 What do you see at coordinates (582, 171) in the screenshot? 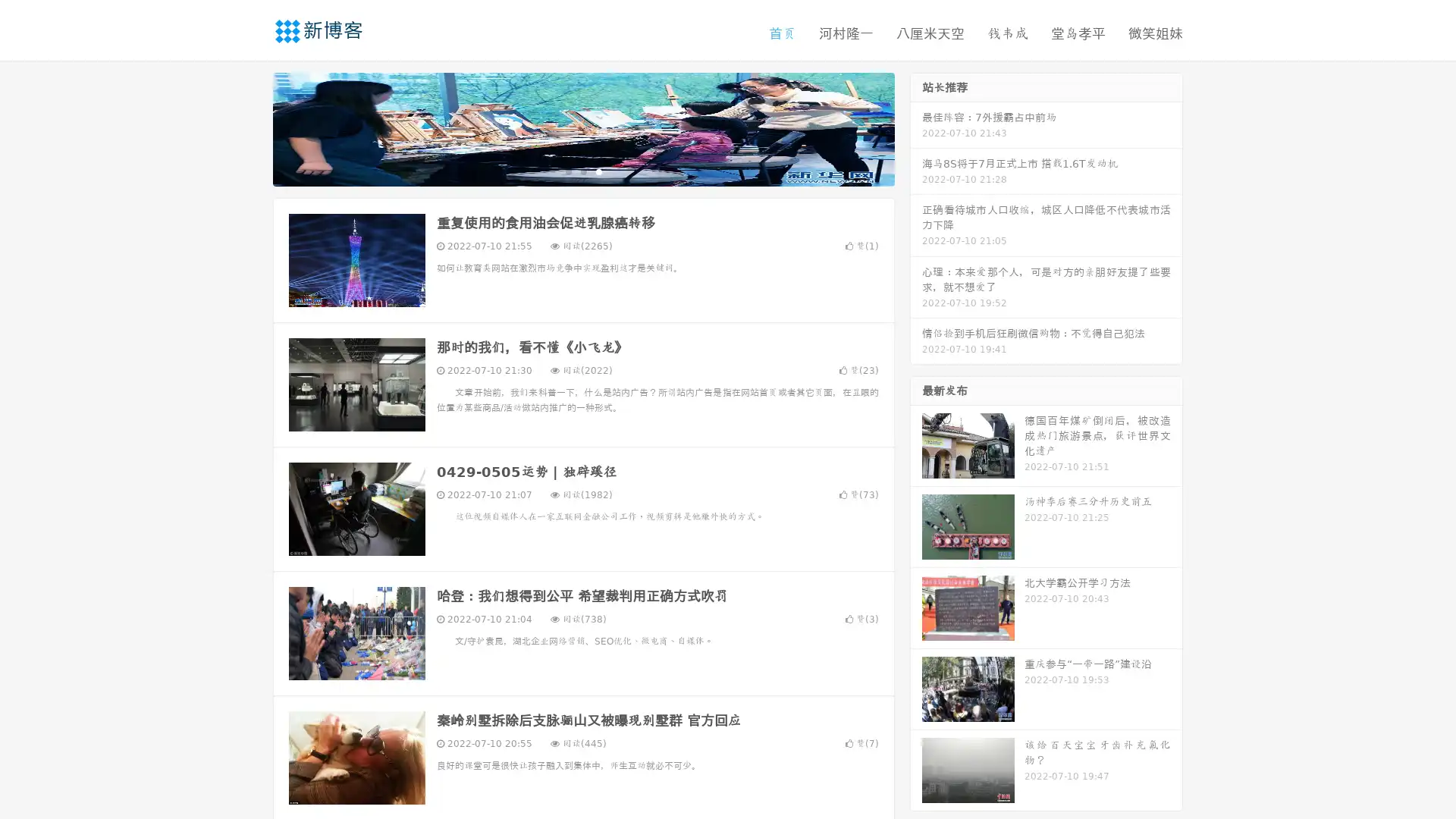
I see `Go to slide 2` at bounding box center [582, 171].